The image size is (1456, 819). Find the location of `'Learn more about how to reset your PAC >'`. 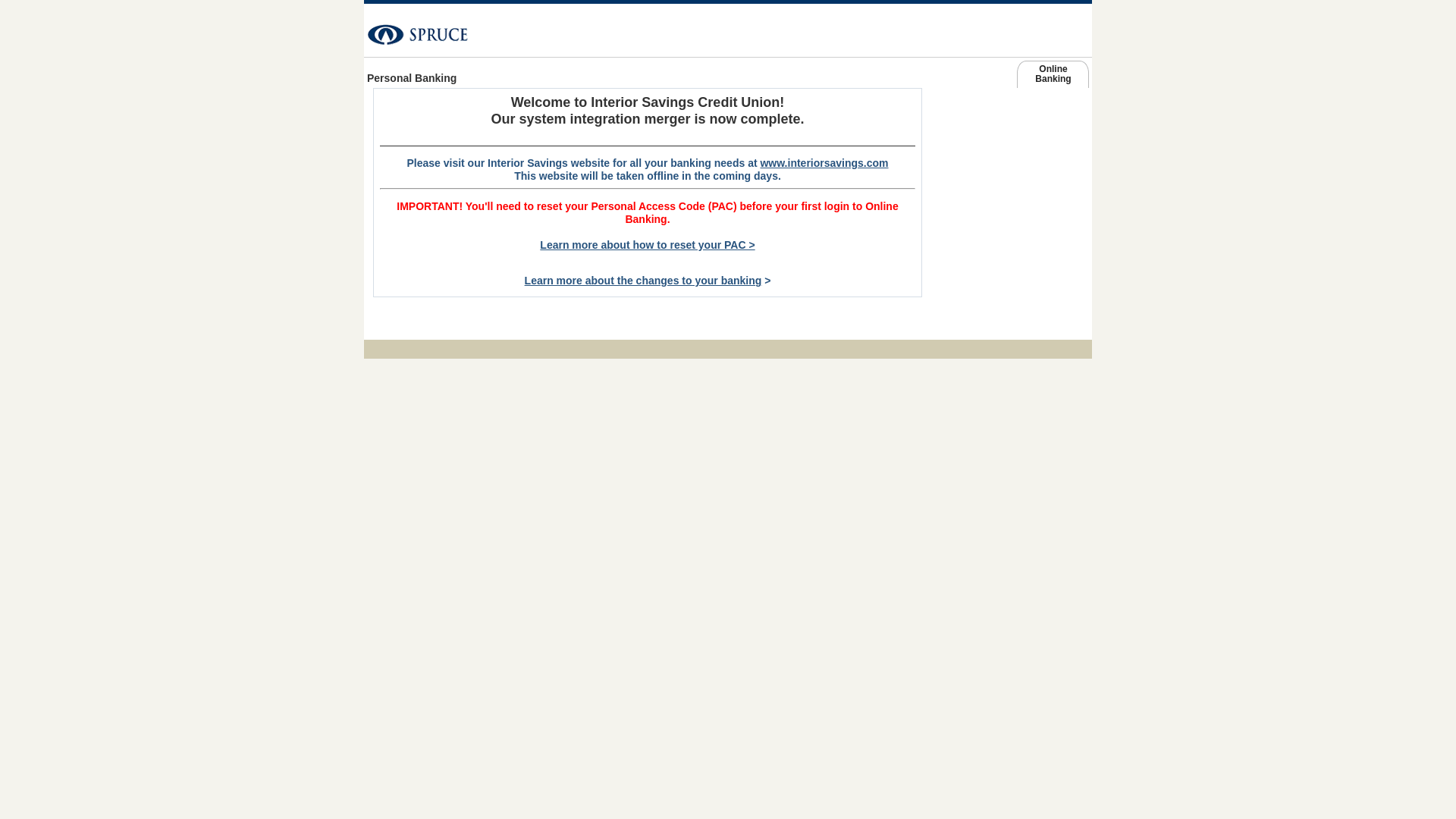

'Learn more about how to reset your PAC >' is located at coordinates (647, 244).